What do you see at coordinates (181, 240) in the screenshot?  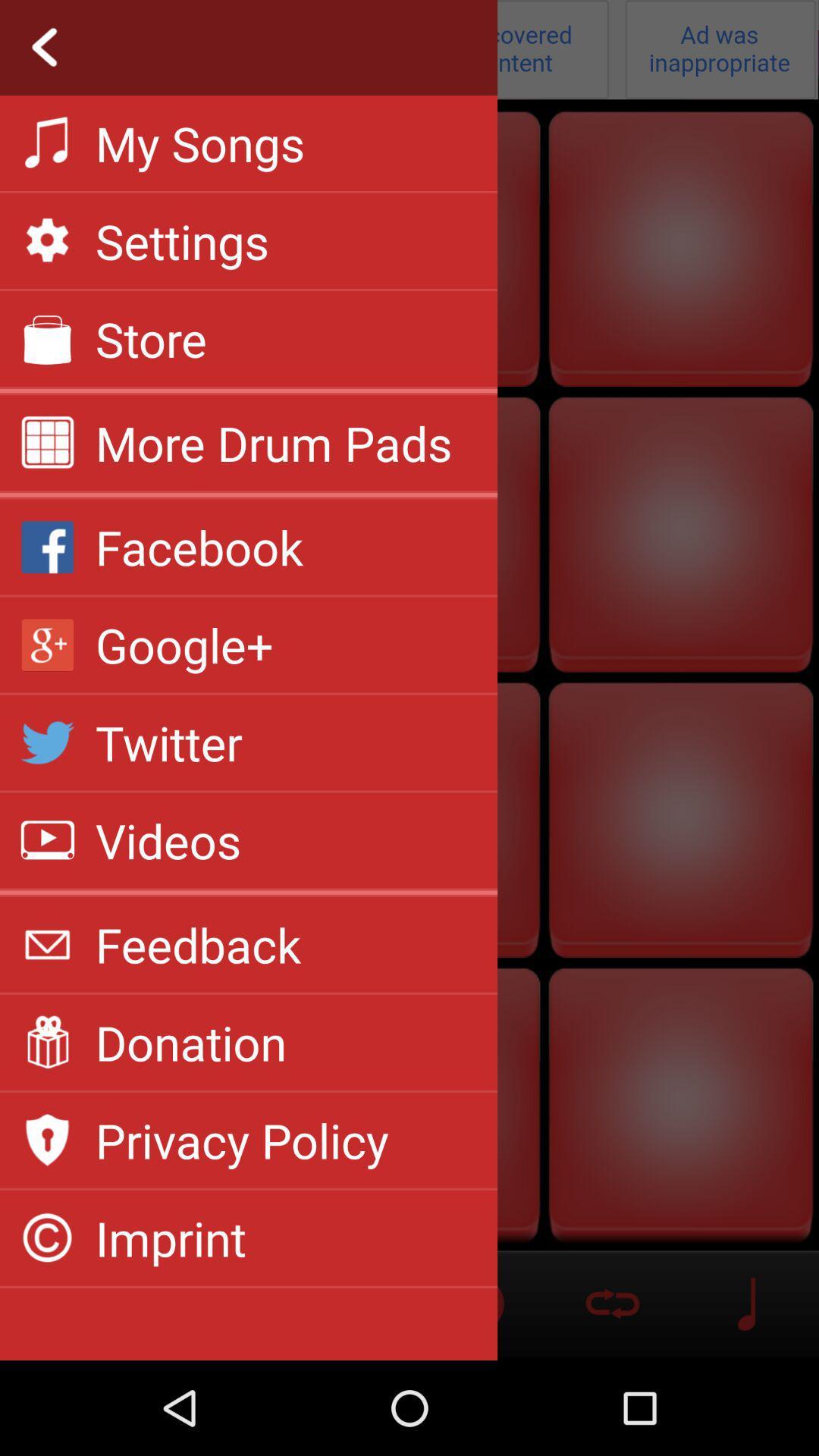 I see `app below the my songs icon` at bounding box center [181, 240].